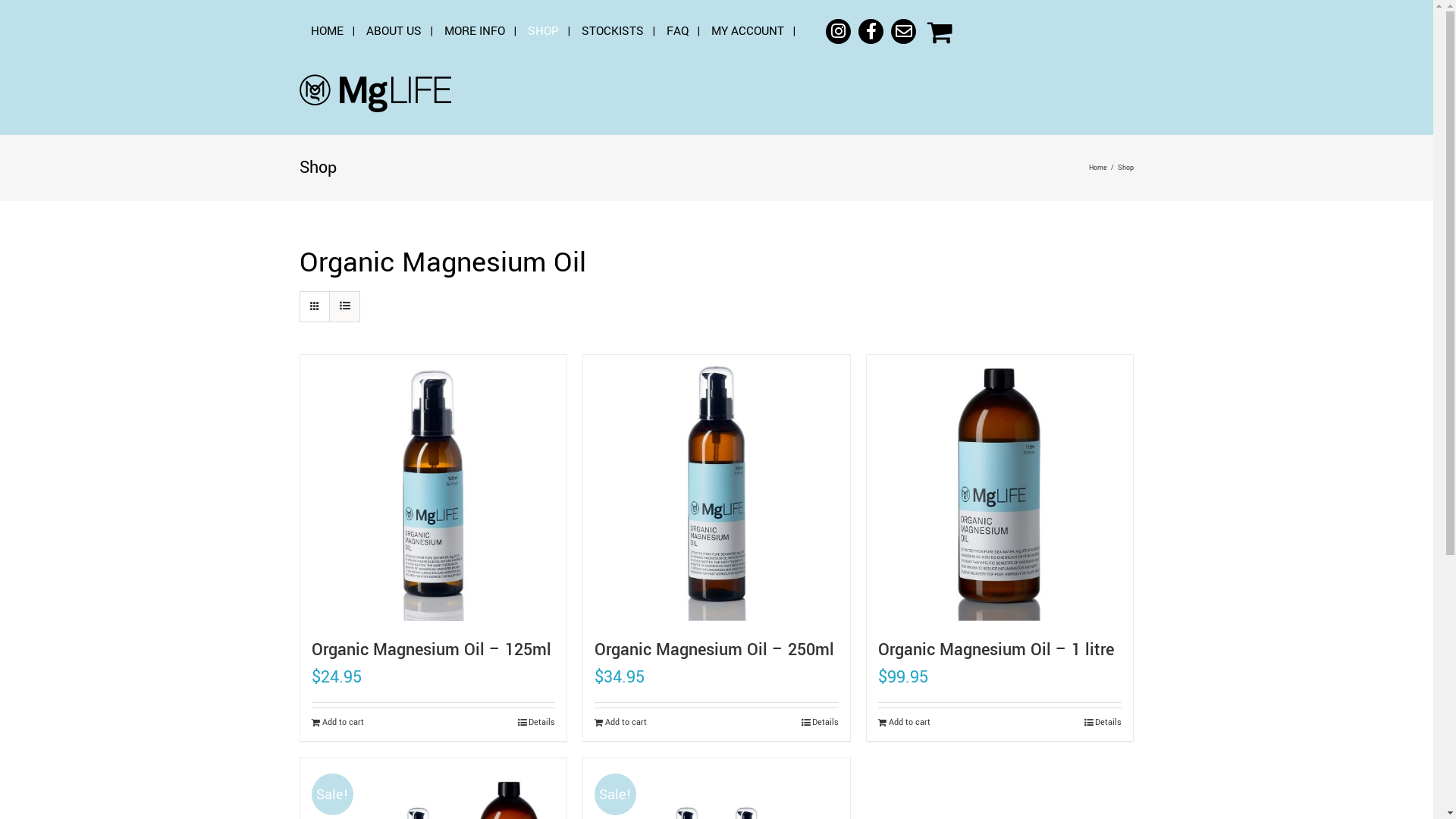 The image size is (1456, 819). Describe the element at coordinates (1087, 168) in the screenshot. I see `'Home'` at that location.